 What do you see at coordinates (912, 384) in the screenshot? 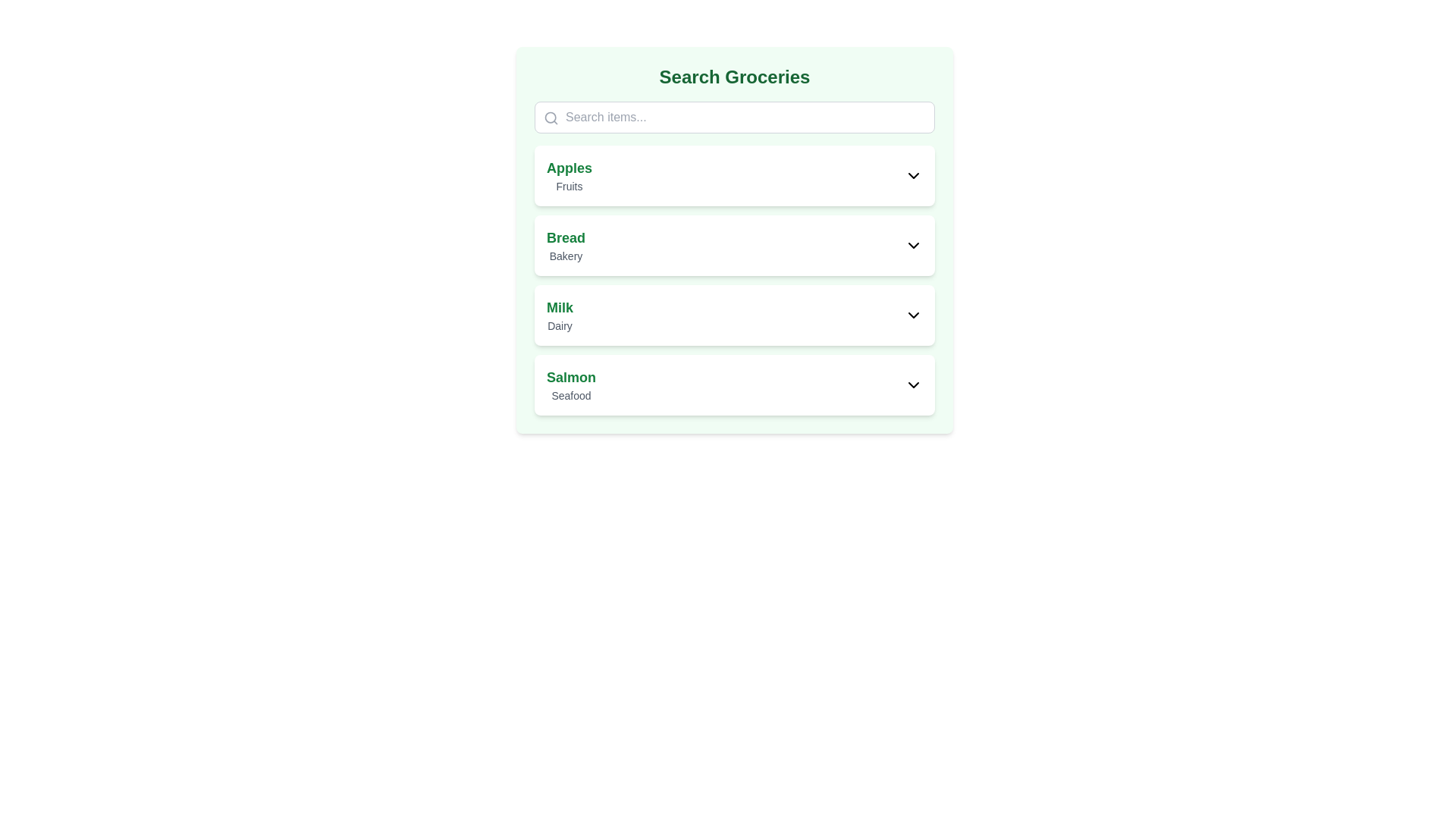
I see `the downward-pointing chevron icon located at the far right of the 'Salmon Seafood' entry` at bounding box center [912, 384].